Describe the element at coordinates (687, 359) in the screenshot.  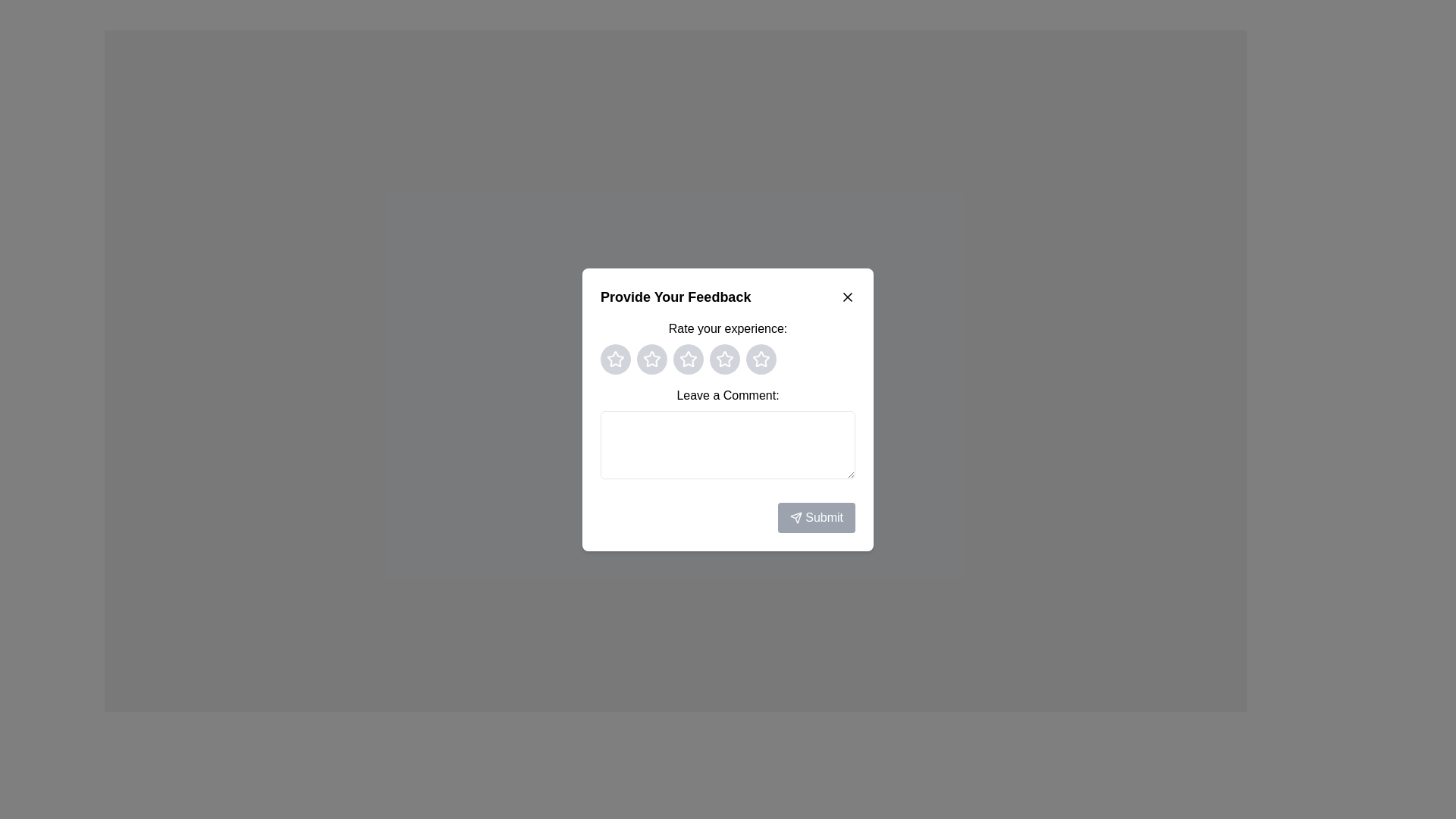
I see `the second star icon to rate the experience in the feedback dialog box` at that location.